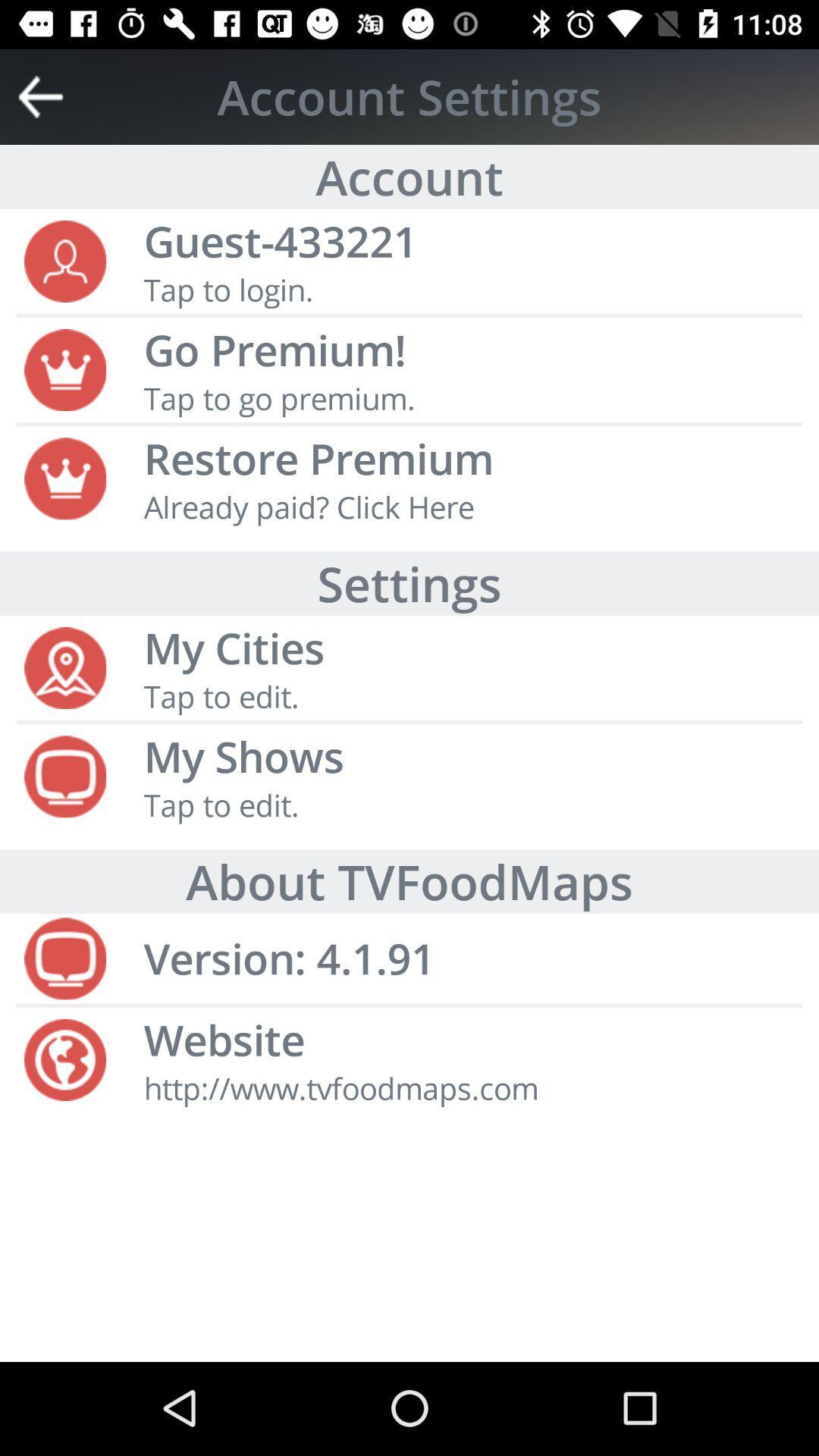 This screenshot has width=819, height=1456. I want to click on the chat icon, so click(64, 775).